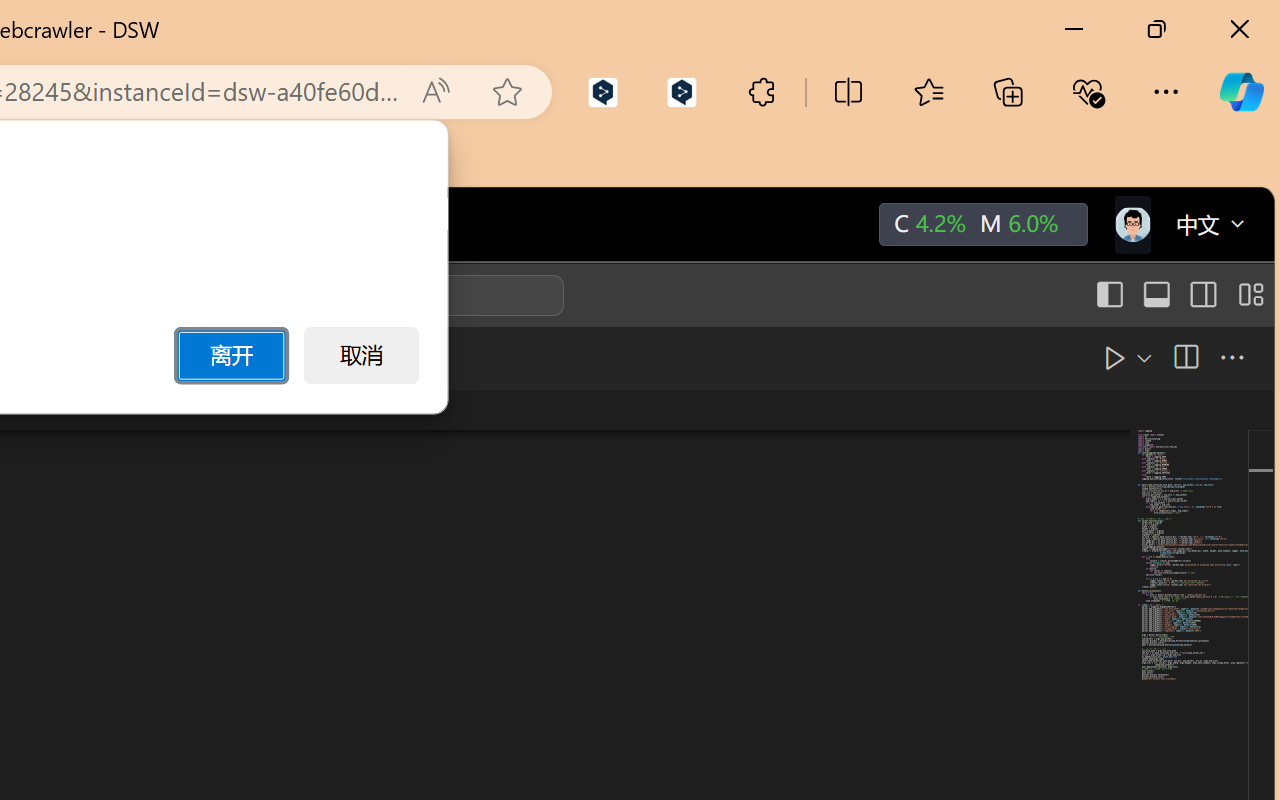  What do you see at coordinates (1247, 295) in the screenshot?
I see `'Customize Layout...'` at bounding box center [1247, 295].